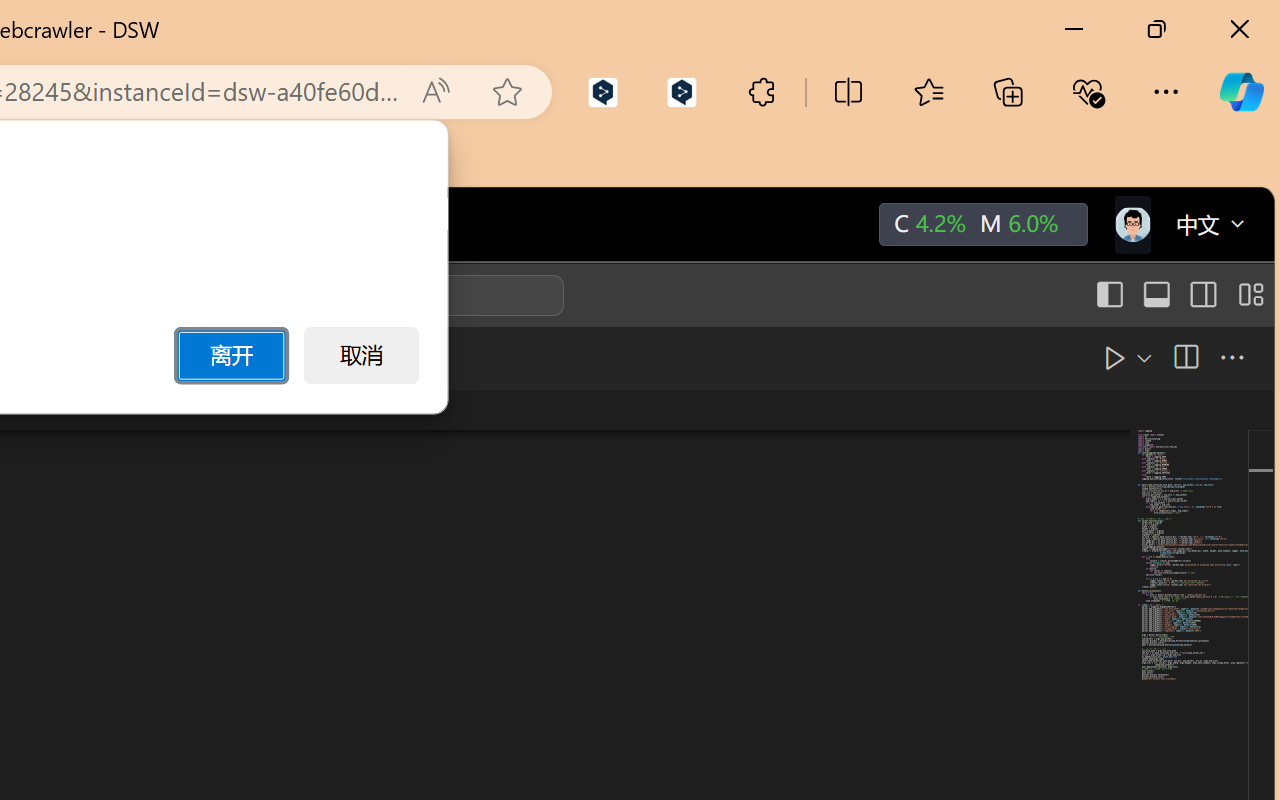  What do you see at coordinates (1247, 295) in the screenshot?
I see `'Customize Layout...'` at bounding box center [1247, 295].